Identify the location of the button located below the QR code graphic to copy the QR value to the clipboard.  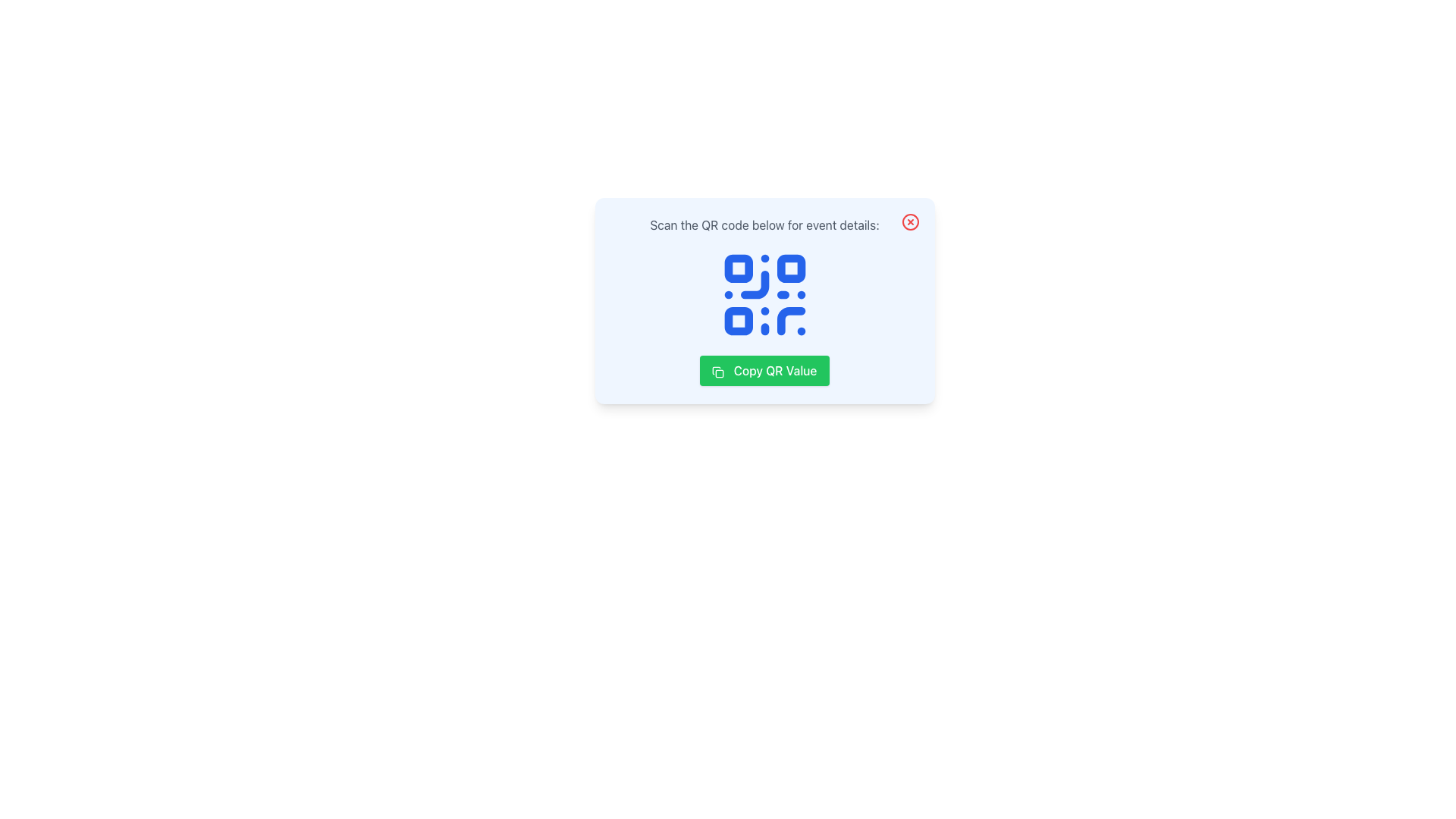
(764, 371).